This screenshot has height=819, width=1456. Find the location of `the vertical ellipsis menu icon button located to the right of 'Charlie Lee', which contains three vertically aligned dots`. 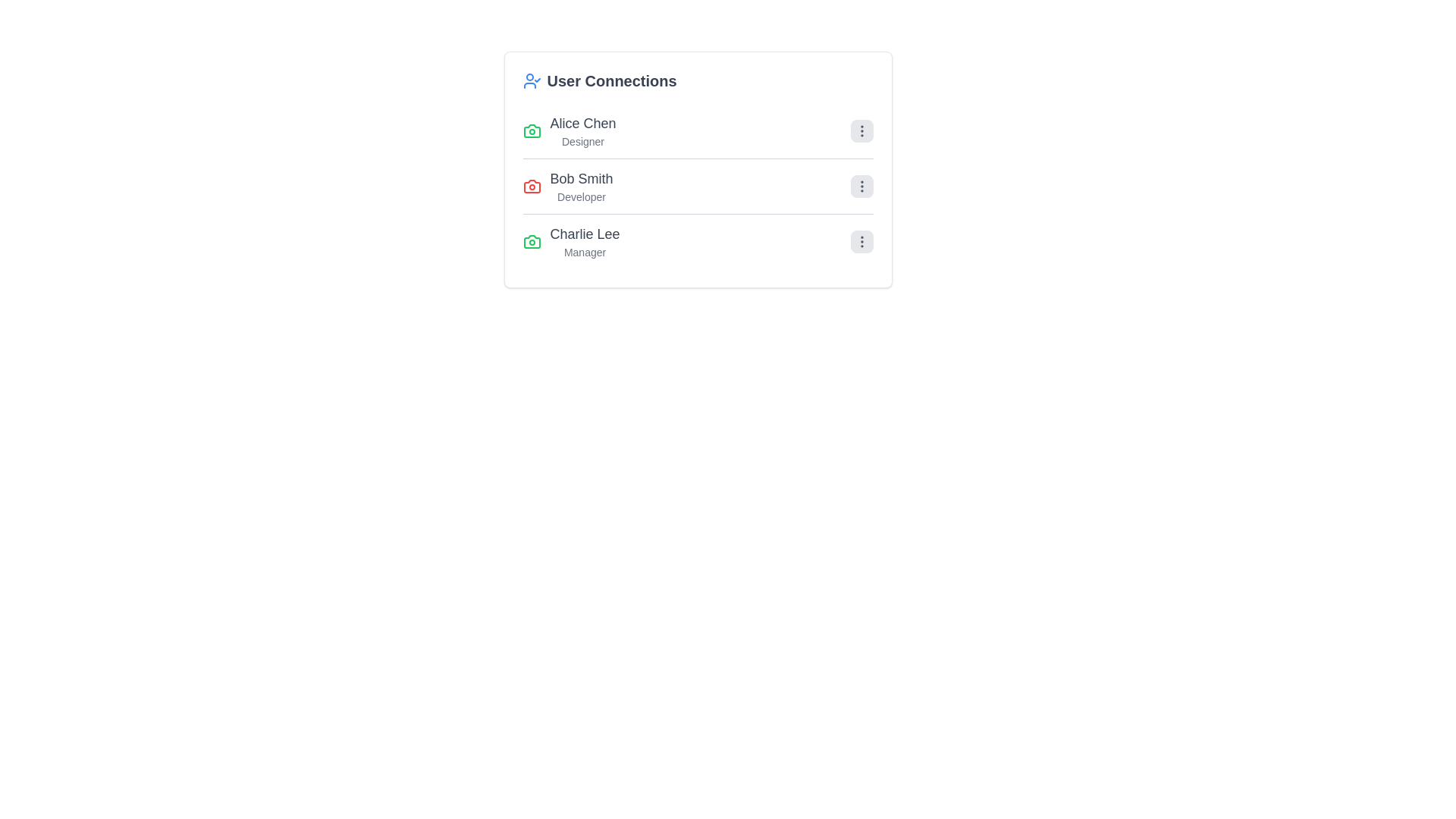

the vertical ellipsis menu icon button located to the right of 'Charlie Lee', which contains three vertically aligned dots is located at coordinates (861, 241).